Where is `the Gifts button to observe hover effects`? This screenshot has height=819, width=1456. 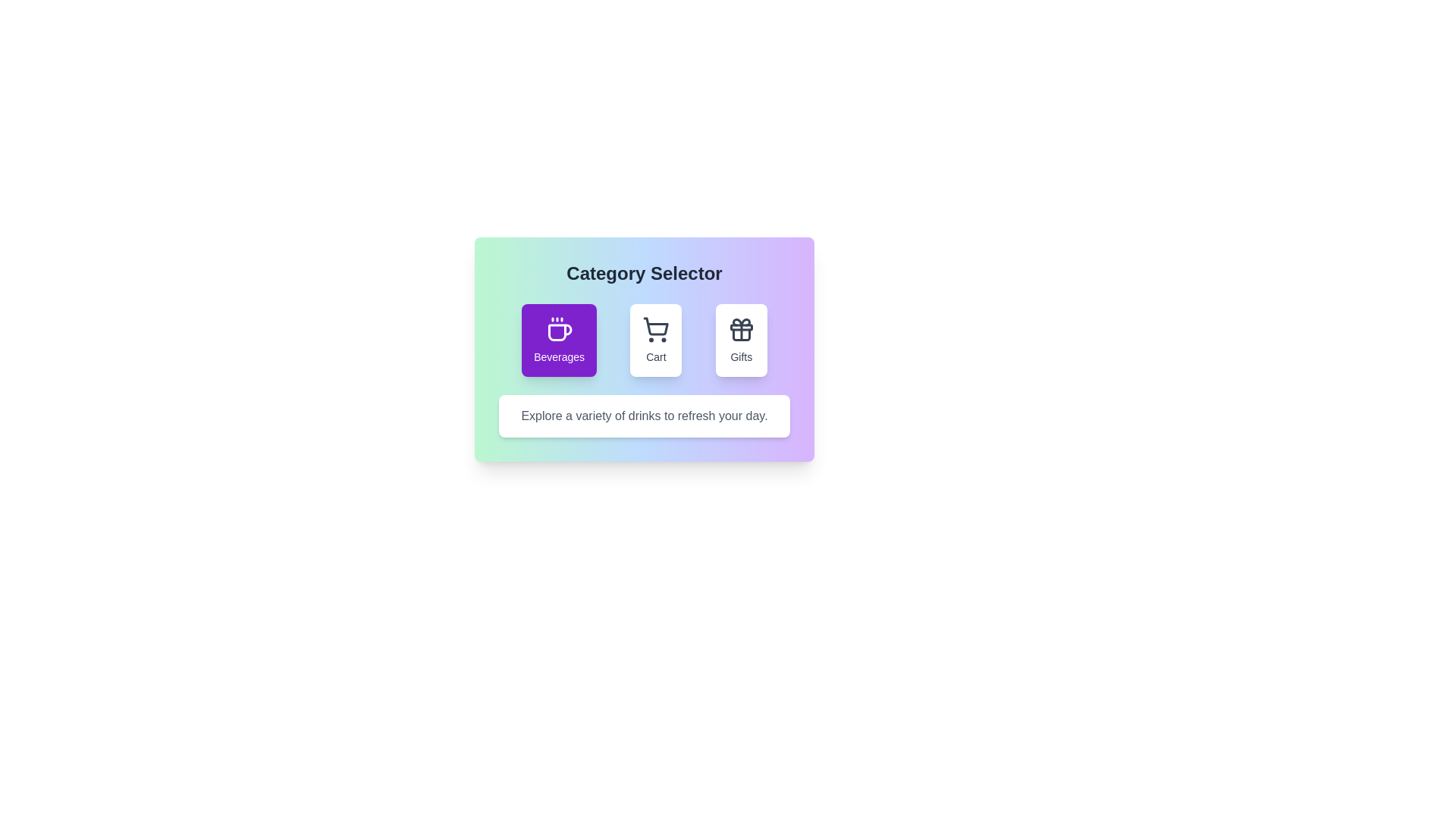
the Gifts button to observe hover effects is located at coordinates (741, 339).